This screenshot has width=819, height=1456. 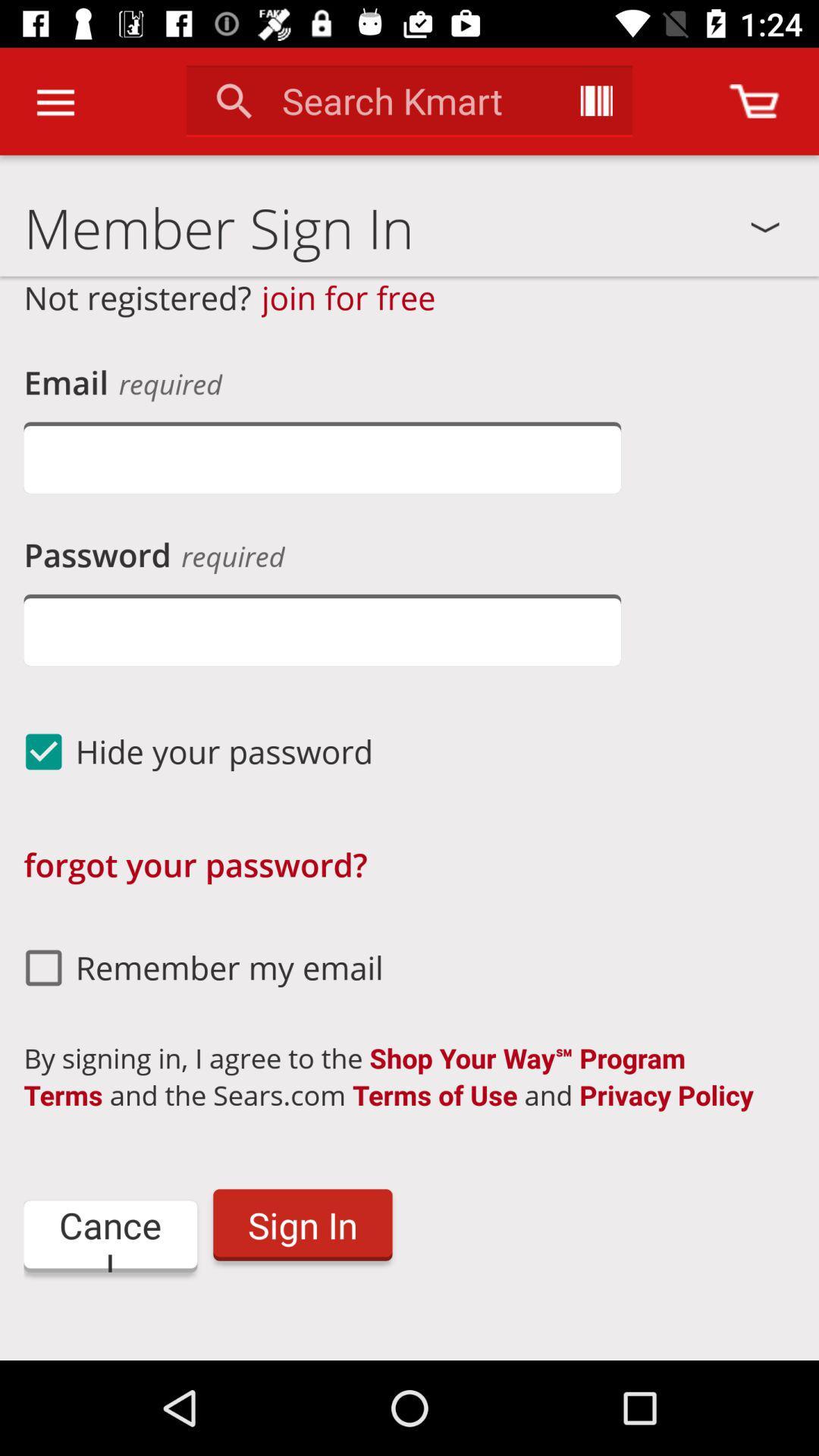 What do you see at coordinates (322, 457) in the screenshot?
I see `the item above password` at bounding box center [322, 457].